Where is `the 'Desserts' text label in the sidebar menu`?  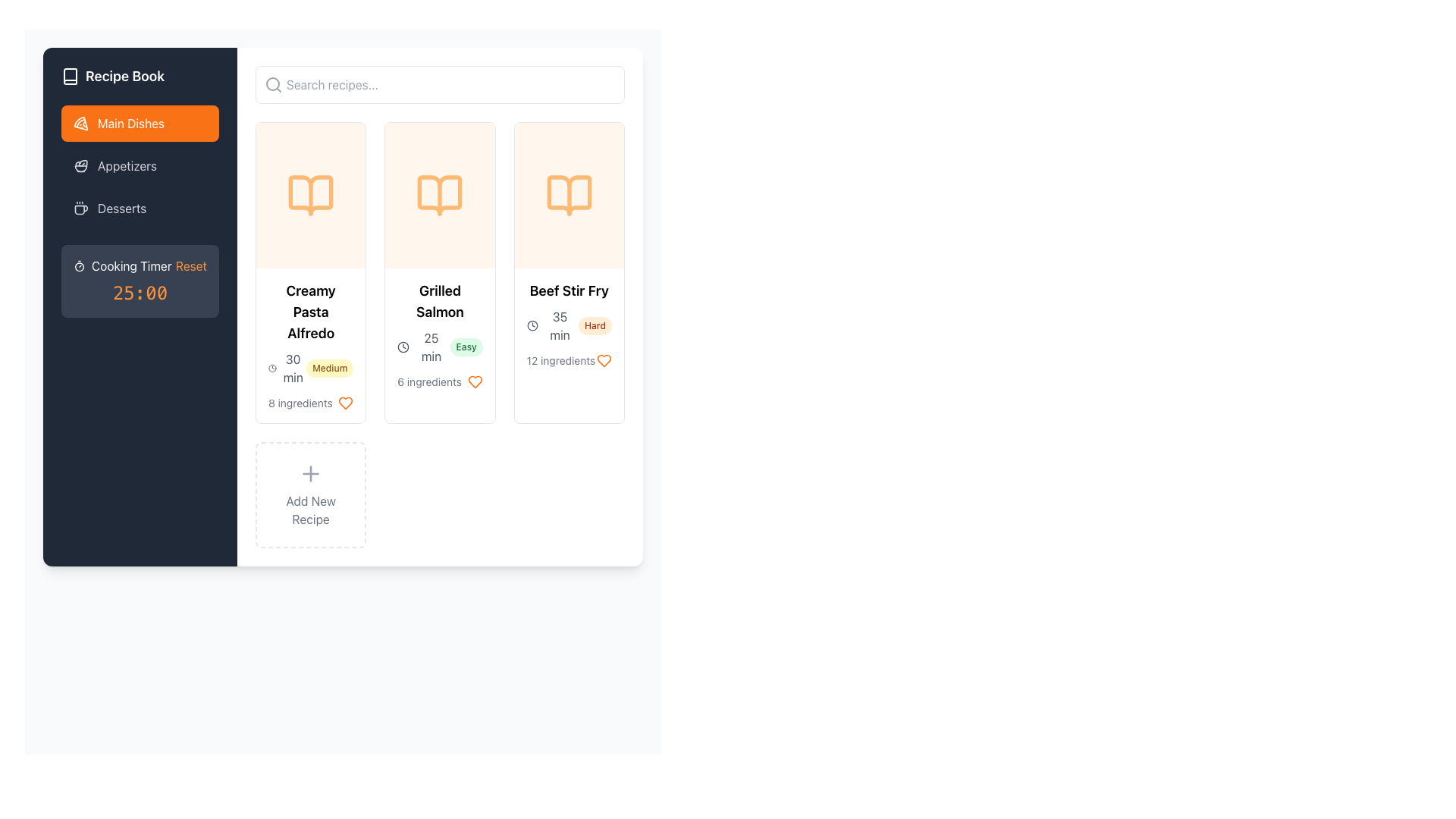
the 'Desserts' text label in the sidebar menu is located at coordinates (122, 208).